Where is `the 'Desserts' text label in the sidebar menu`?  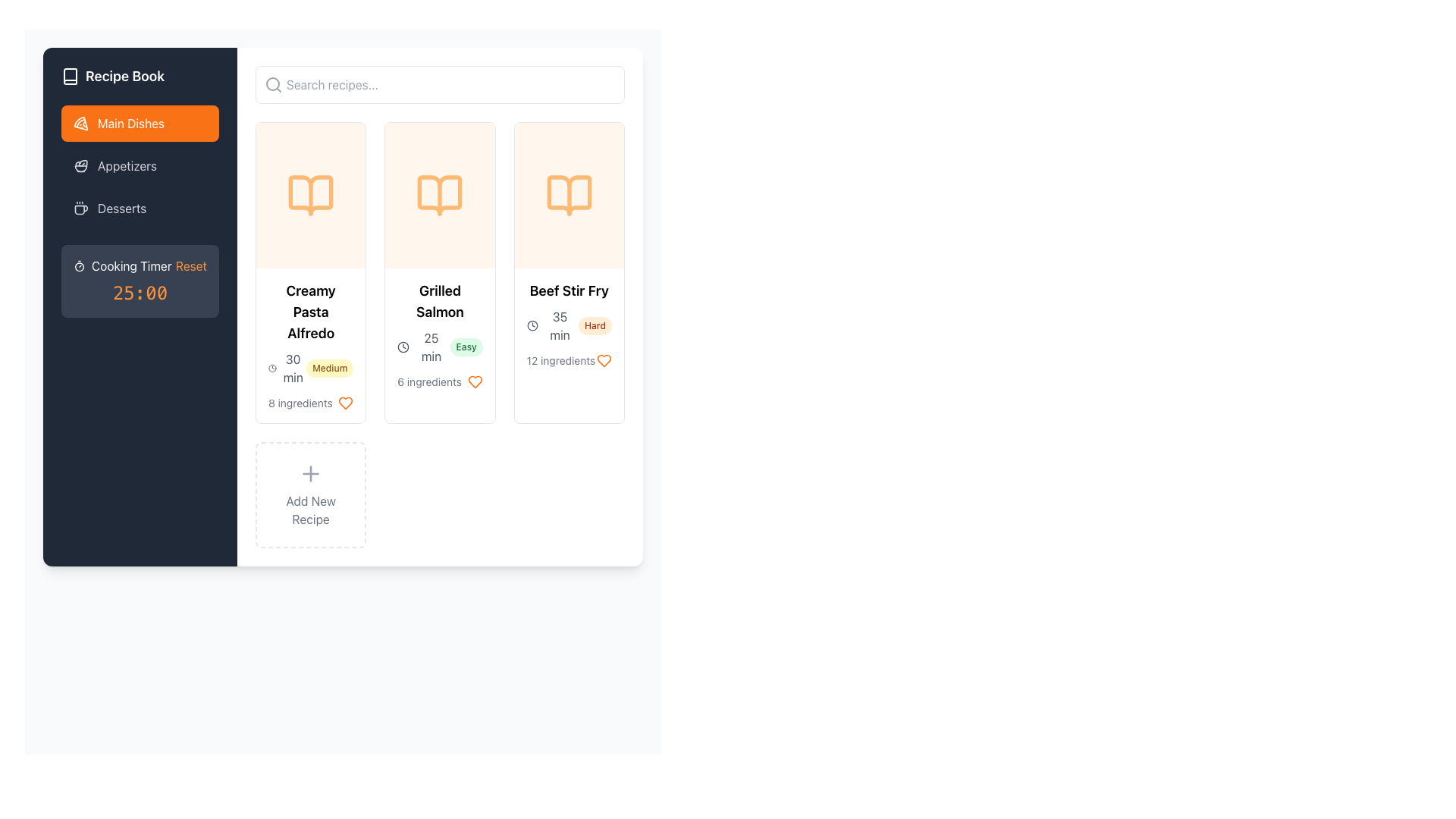
the 'Desserts' text label in the sidebar menu is located at coordinates (122, 208).